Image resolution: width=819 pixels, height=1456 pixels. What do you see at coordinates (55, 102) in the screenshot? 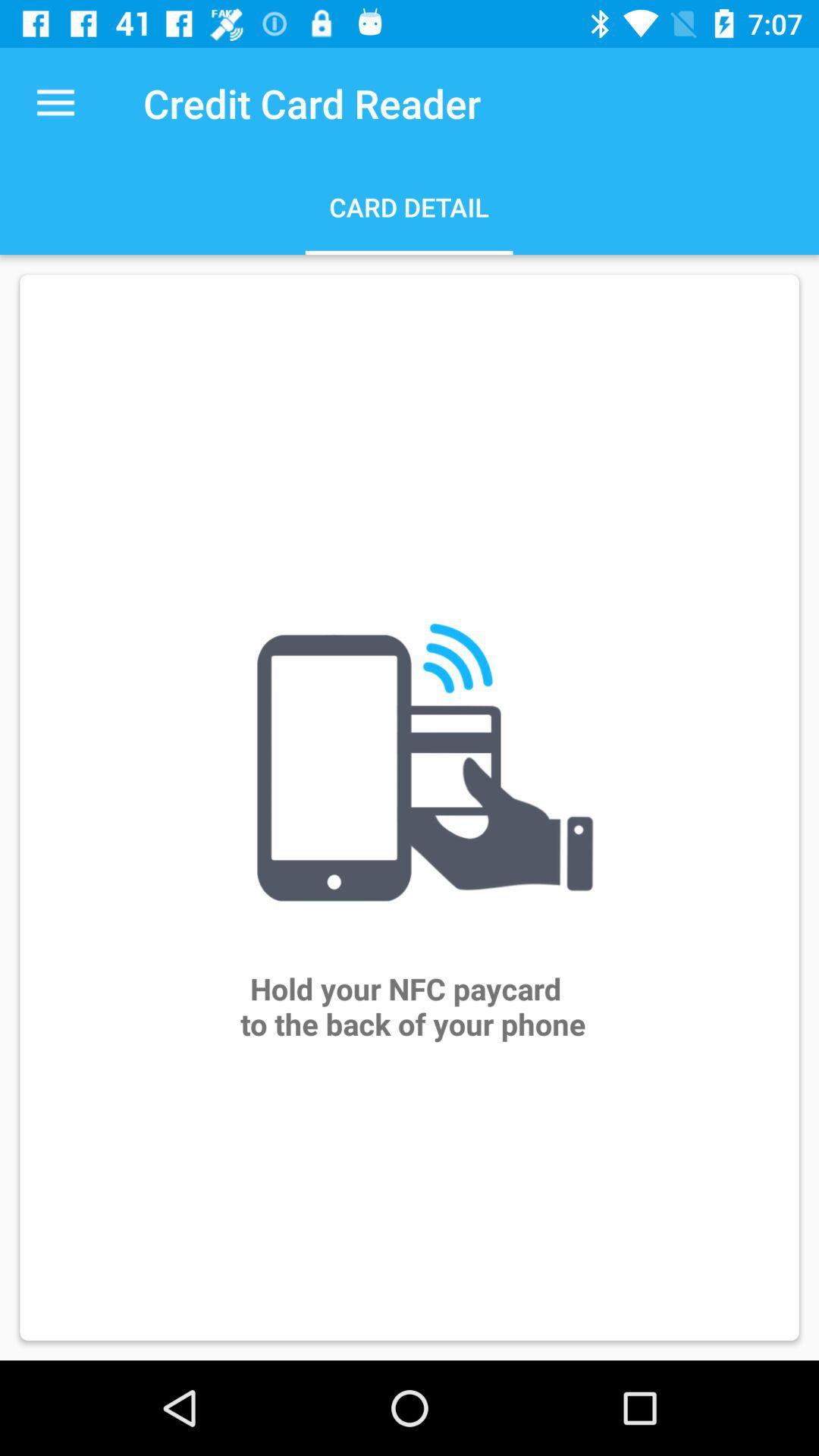
I see `the item at the top left corner` at bounding box center [55, 102].